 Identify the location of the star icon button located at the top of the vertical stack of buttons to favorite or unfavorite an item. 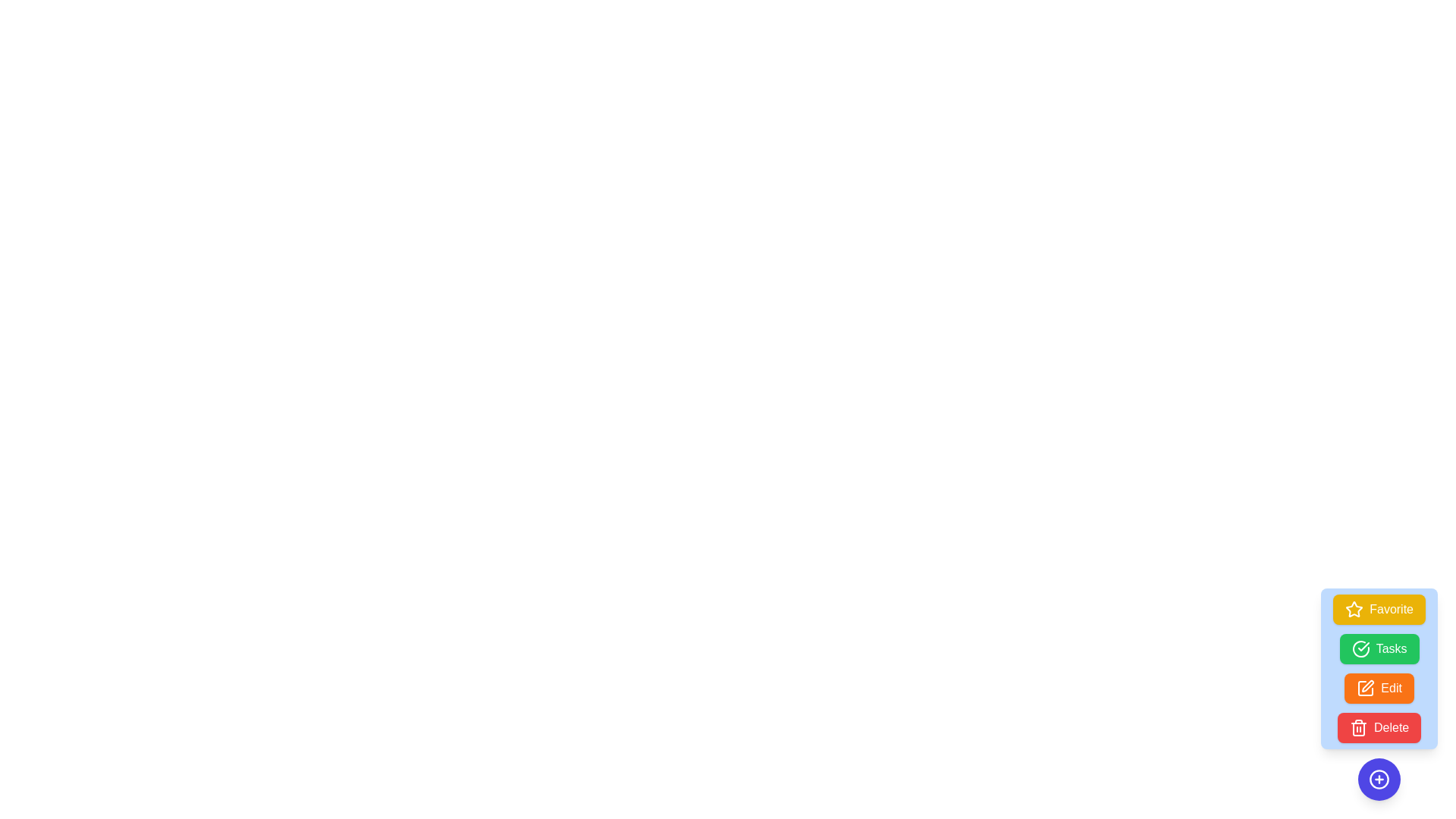
(1354, 608).